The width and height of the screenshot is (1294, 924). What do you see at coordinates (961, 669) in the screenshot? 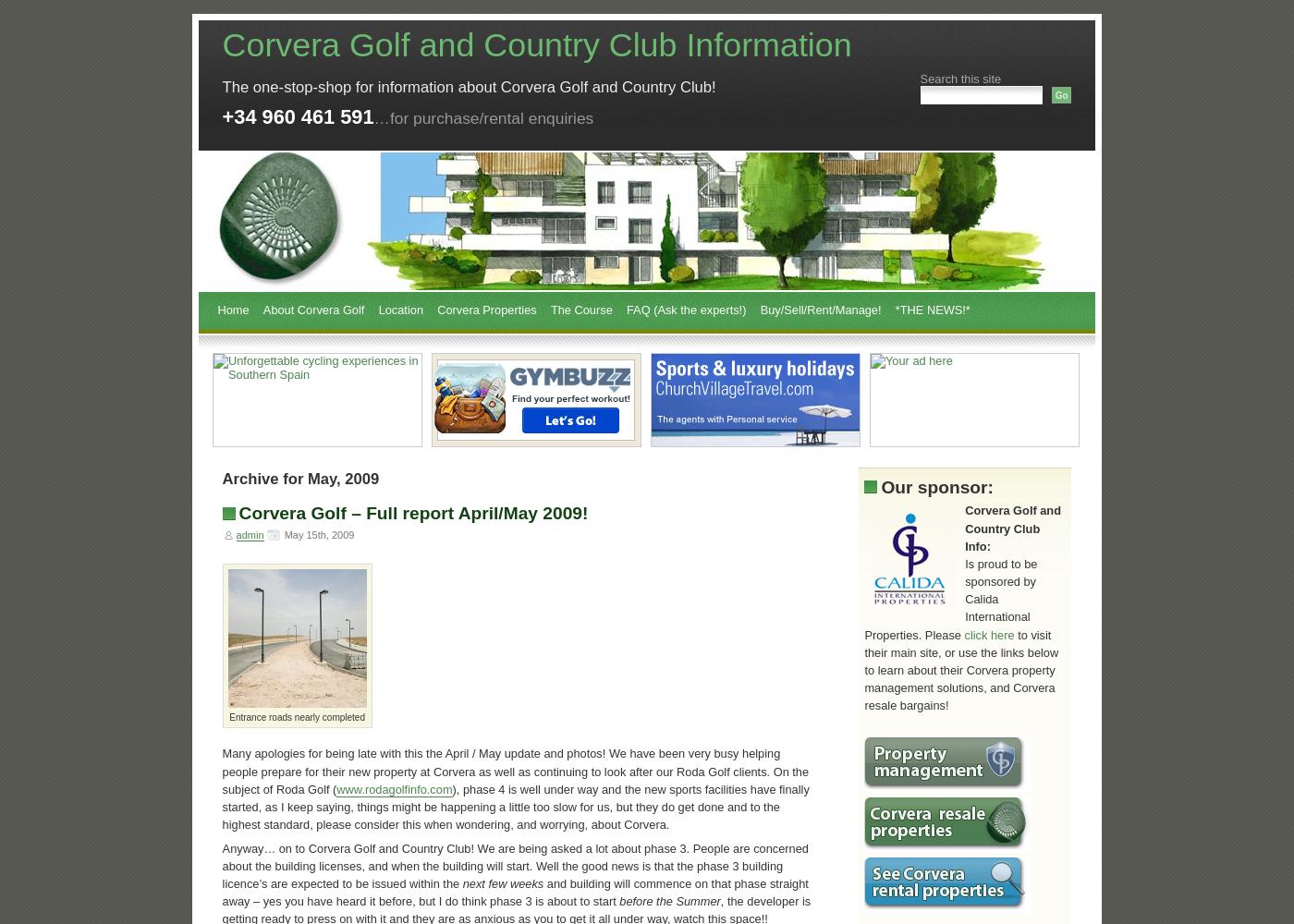
I see `'to visit their main site, or use the links below to learn about their Corvera property management solutions, and Corvera resale bargains!'` at bounding box center [961, 669].